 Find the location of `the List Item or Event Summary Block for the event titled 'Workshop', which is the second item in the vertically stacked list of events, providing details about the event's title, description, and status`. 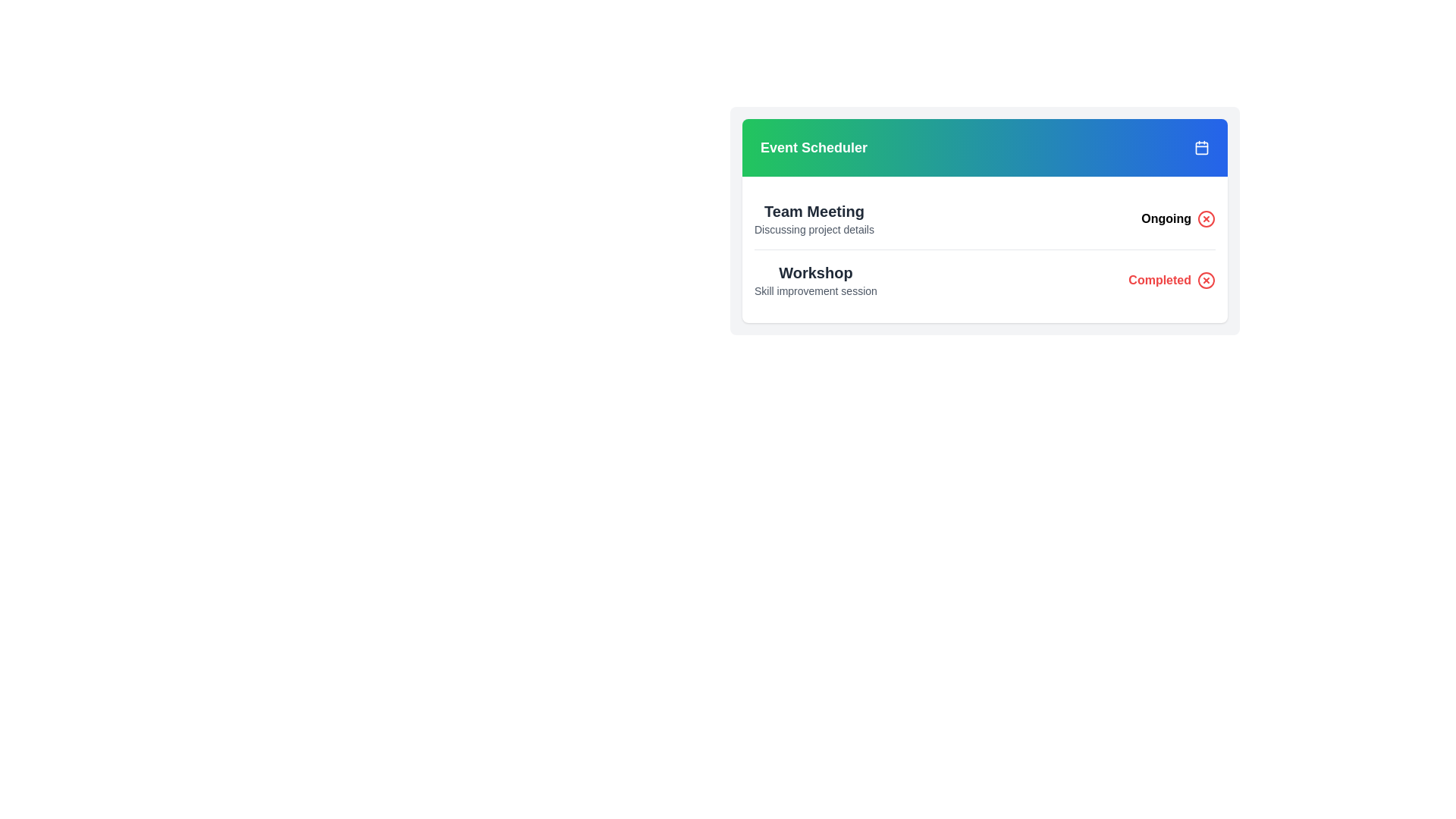

the List Item or Event Summary Block for the event titled 'Workshop', which is the second item in the vertically stacked list of events, providing details about the event's title, description, and status is located at coordinates (985, 280).